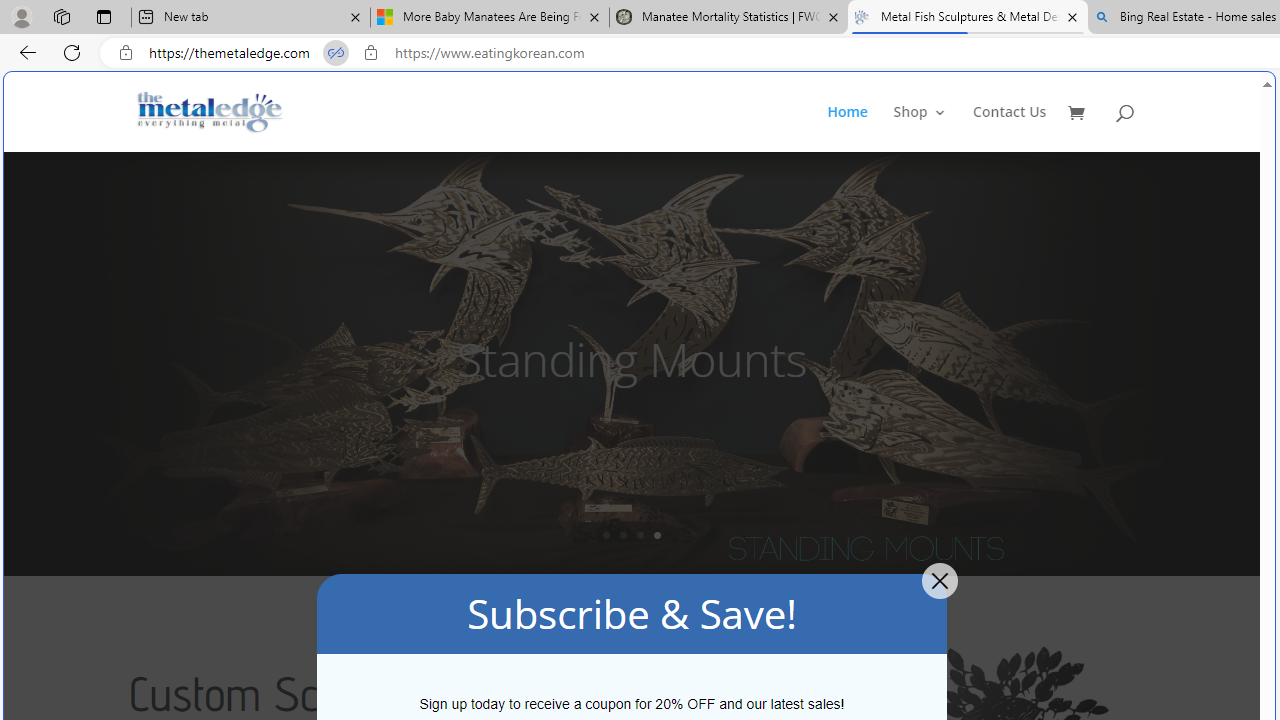 The height and width of the screenshot is (720, 1280). What do you see at coordinates (858, 128) in the screenshot?
I see `'Home'` at bounding box center [858, 128].